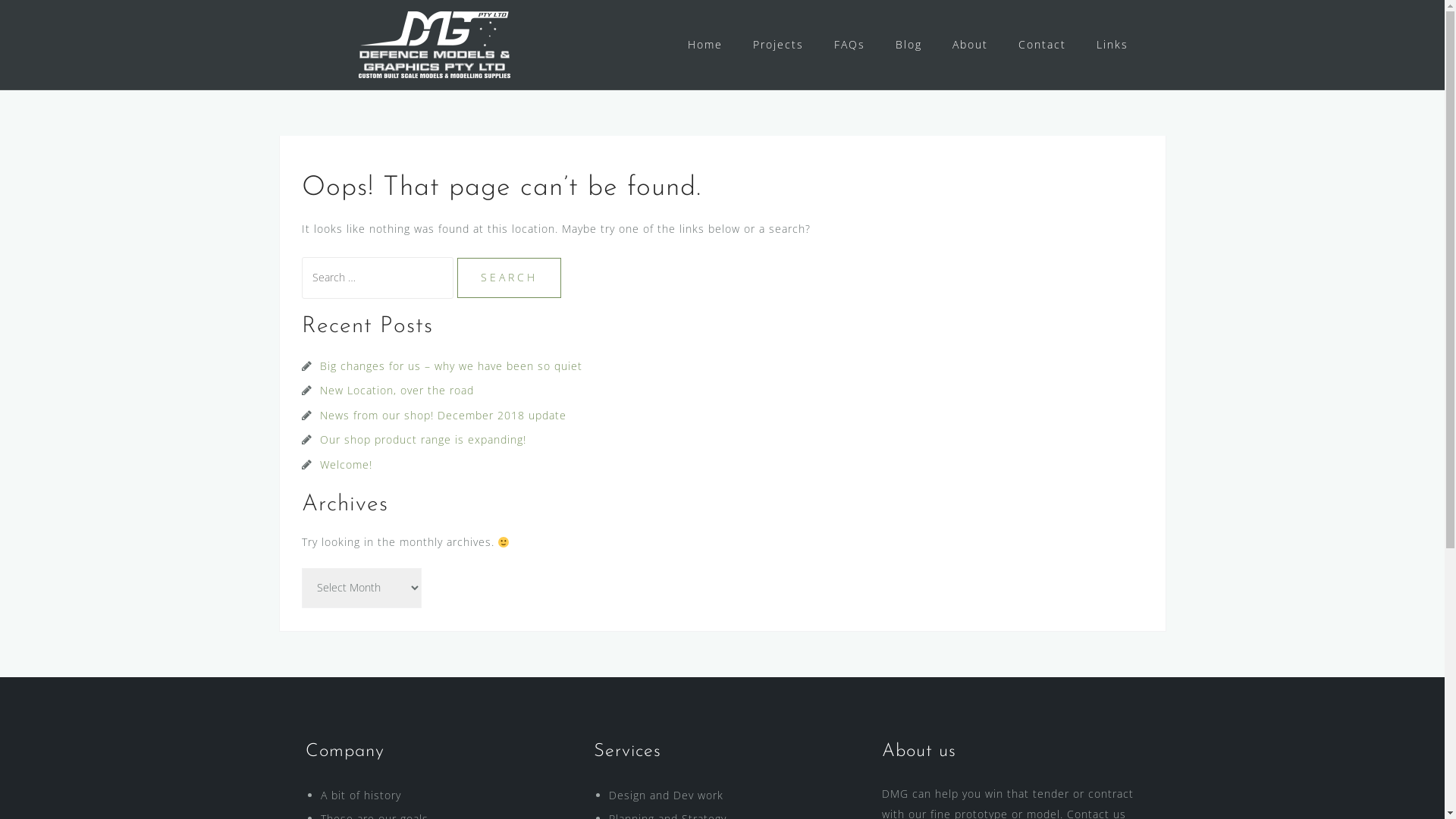 Image resolution: width=1456 pixels, height=819 pixels. What do you see at coordinates (345, 463) in the screenshot?
I see `'Welcome!'` at bounding box center [345, 463].